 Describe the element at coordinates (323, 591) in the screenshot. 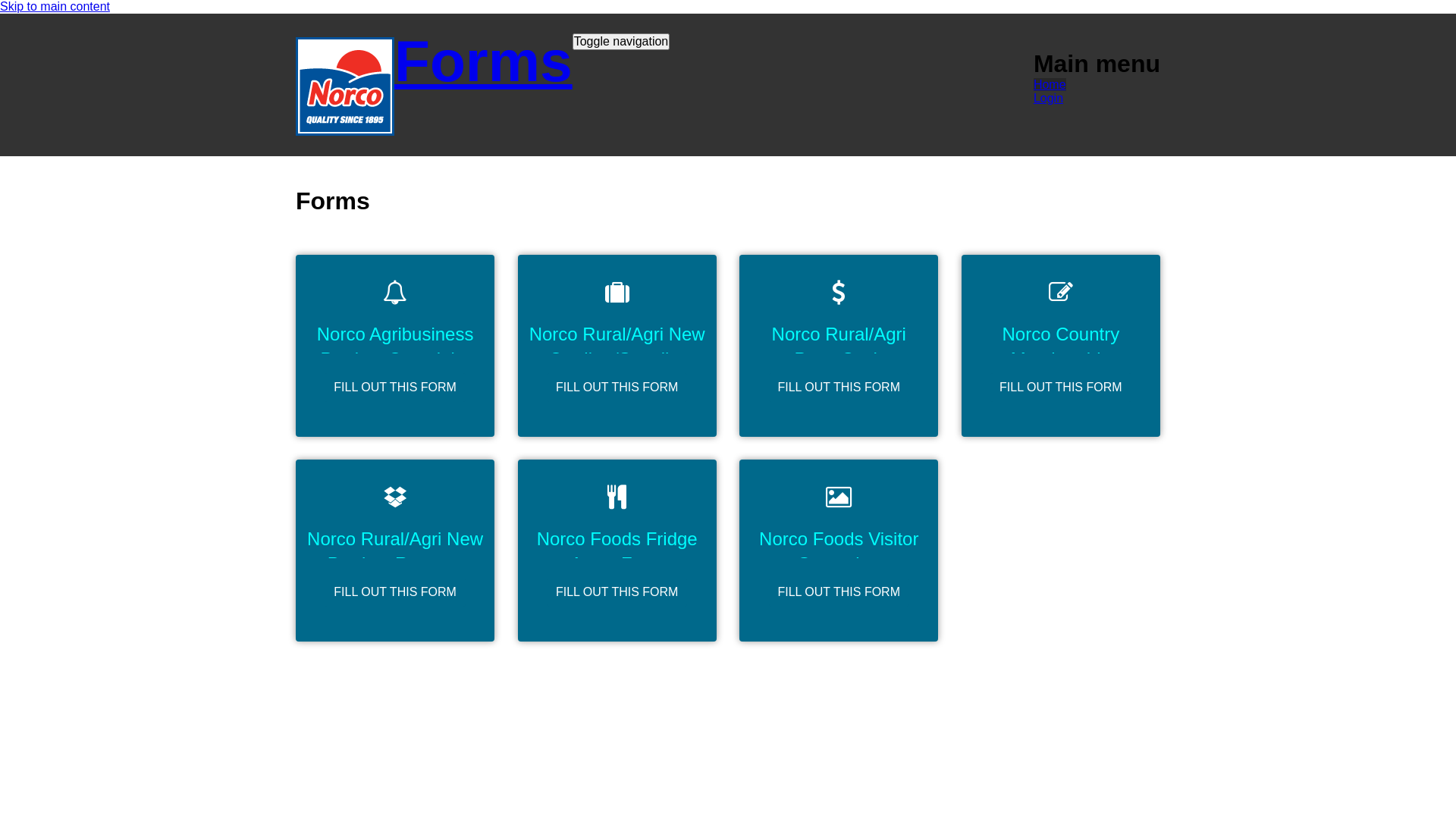

I see `'FILL OUT THIS FORM'` at that location.